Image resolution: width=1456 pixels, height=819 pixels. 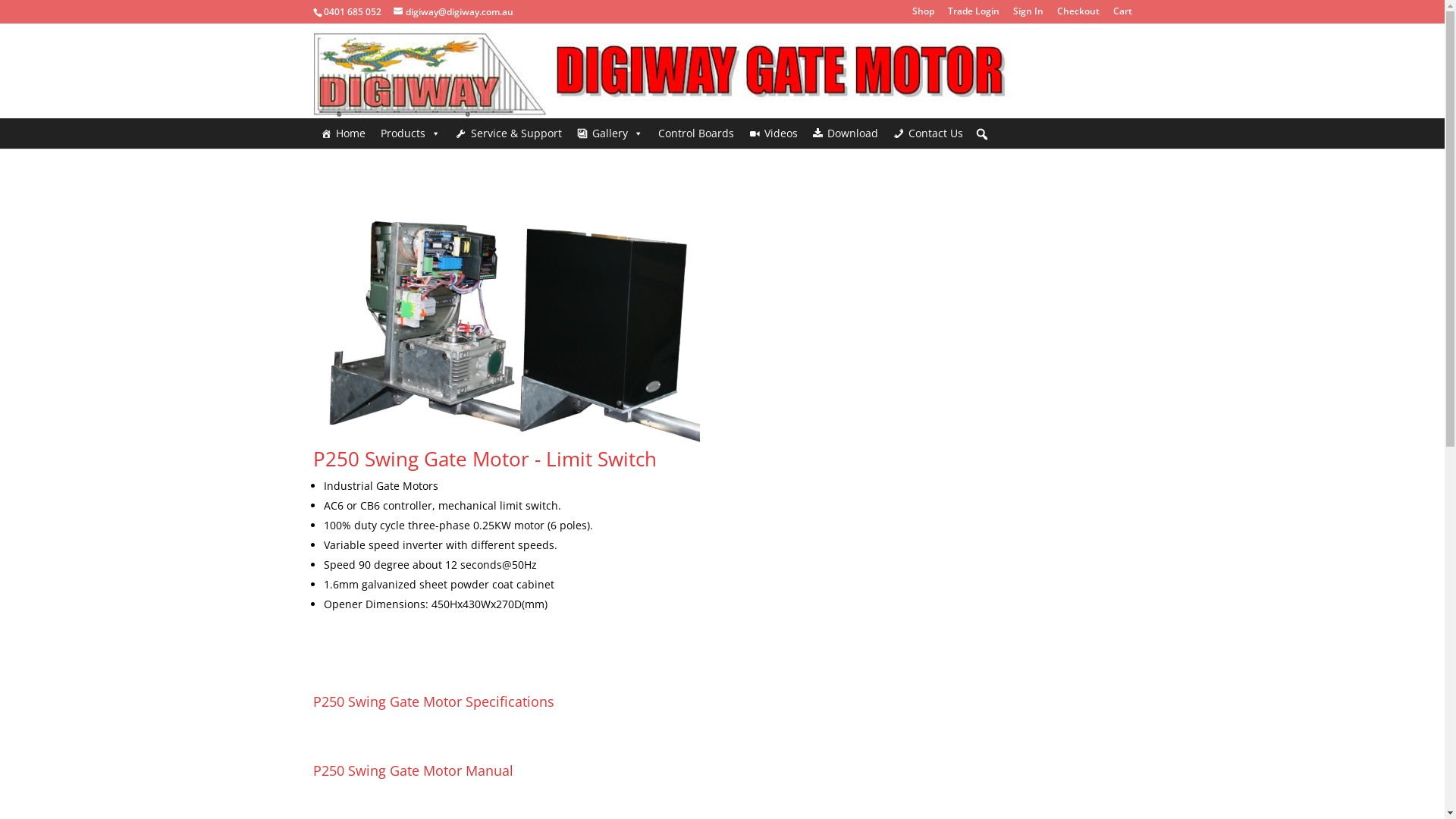 I want to click on 'Videos', so click(x=773, y=133).